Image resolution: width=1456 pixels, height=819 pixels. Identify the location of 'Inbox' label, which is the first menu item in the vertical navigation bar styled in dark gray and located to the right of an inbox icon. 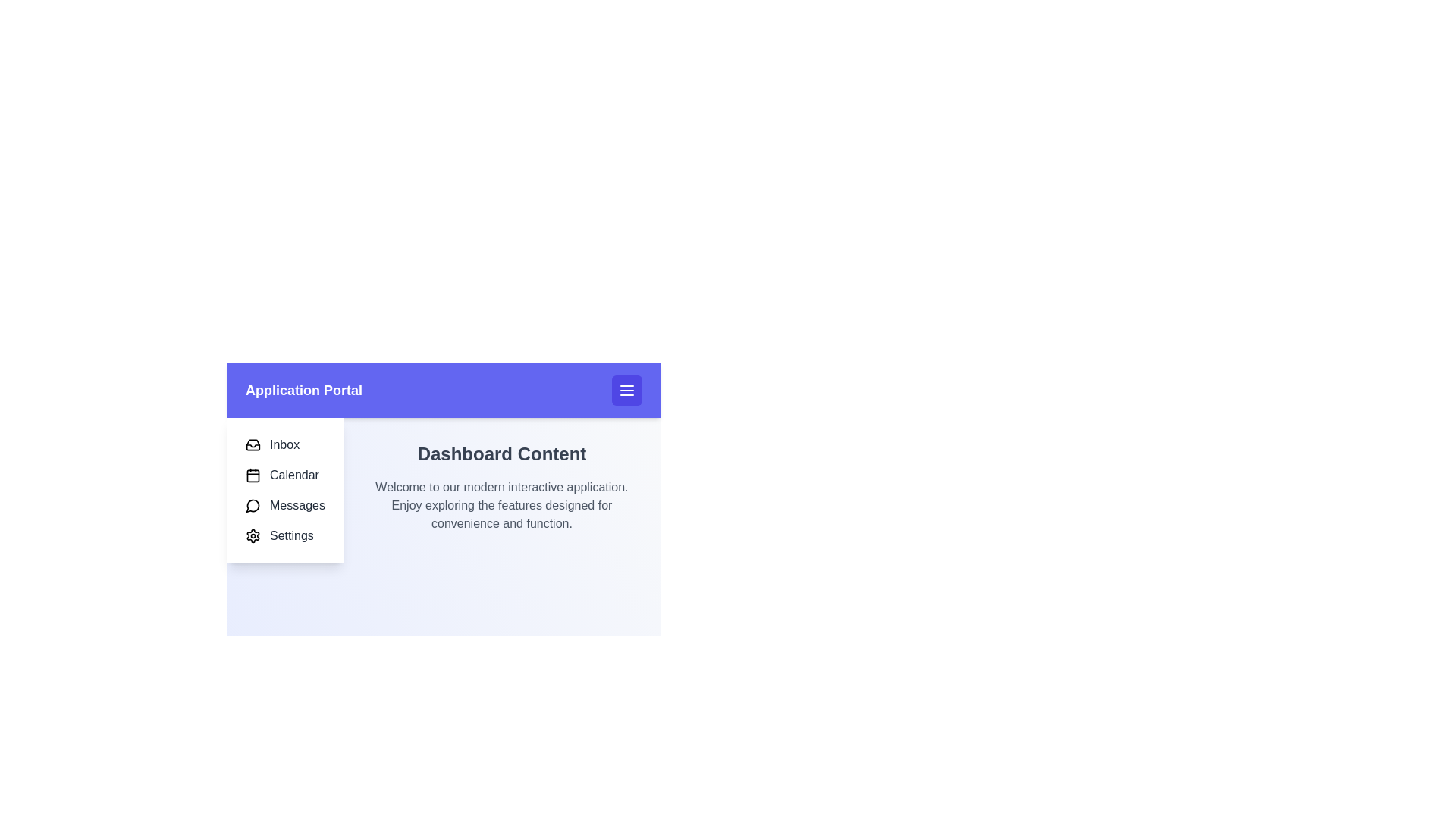
(284, 444).